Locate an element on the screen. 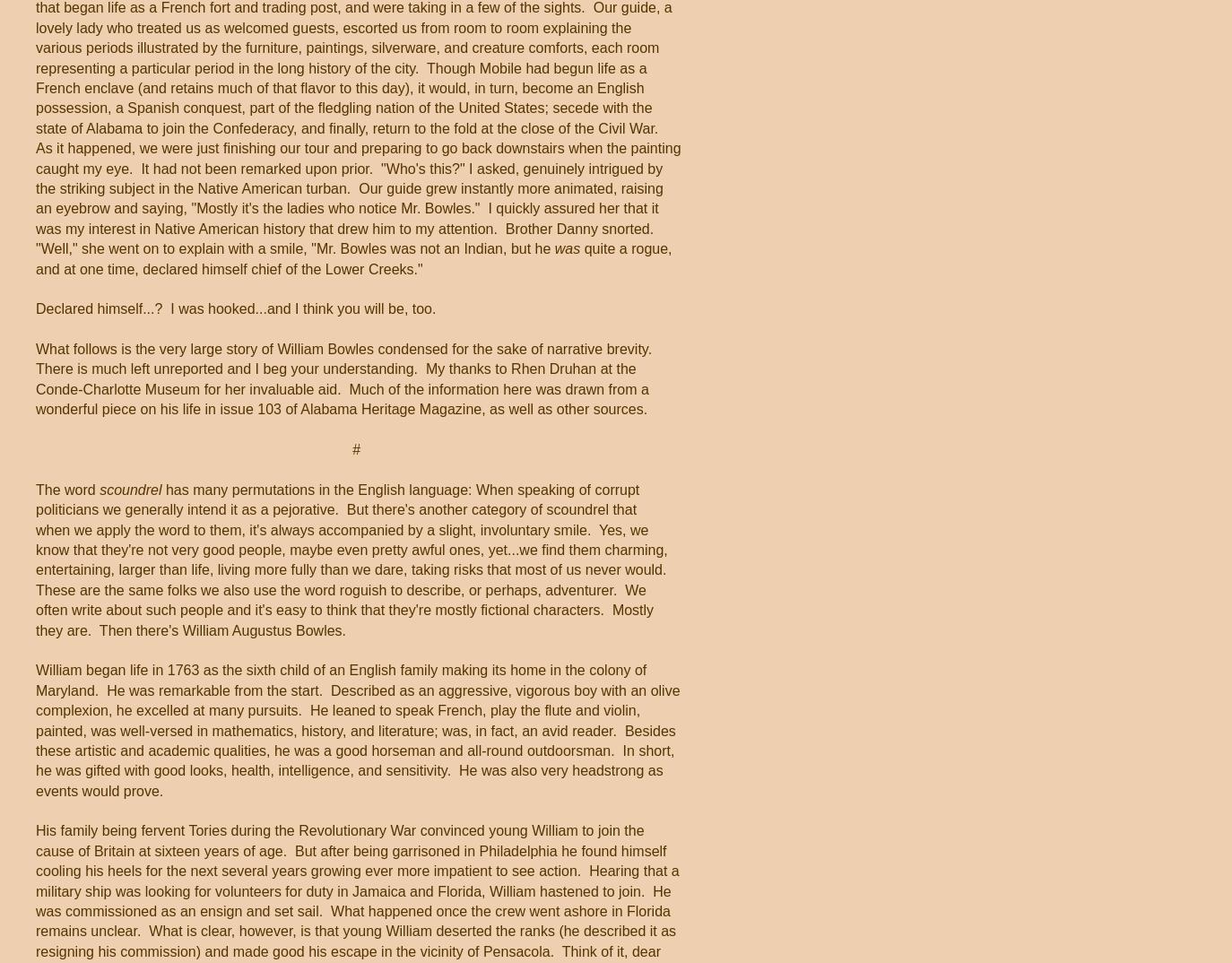 The image size is (1232, 963). 'William began life in 1763 as the sixth child of an English family making its home in the colony of Maryland.  He was remarkable from the start.  Described as an aggressive, vigorous boy with an olive complexion, he excelled at many pursuits.  He leaned to speak French, play the flute and violin, painted, was well-versed in mathematics, history, and literature; was, in fact, an avid reader.  Besides these artistic and academic qualities, he was a good horseman and all-round outdoorsman.  In short, he was gifted with good looks, health, intelligence, and sensitivity.  He was also very headstrong as events would prove.' is located at coordinates (358, 730).